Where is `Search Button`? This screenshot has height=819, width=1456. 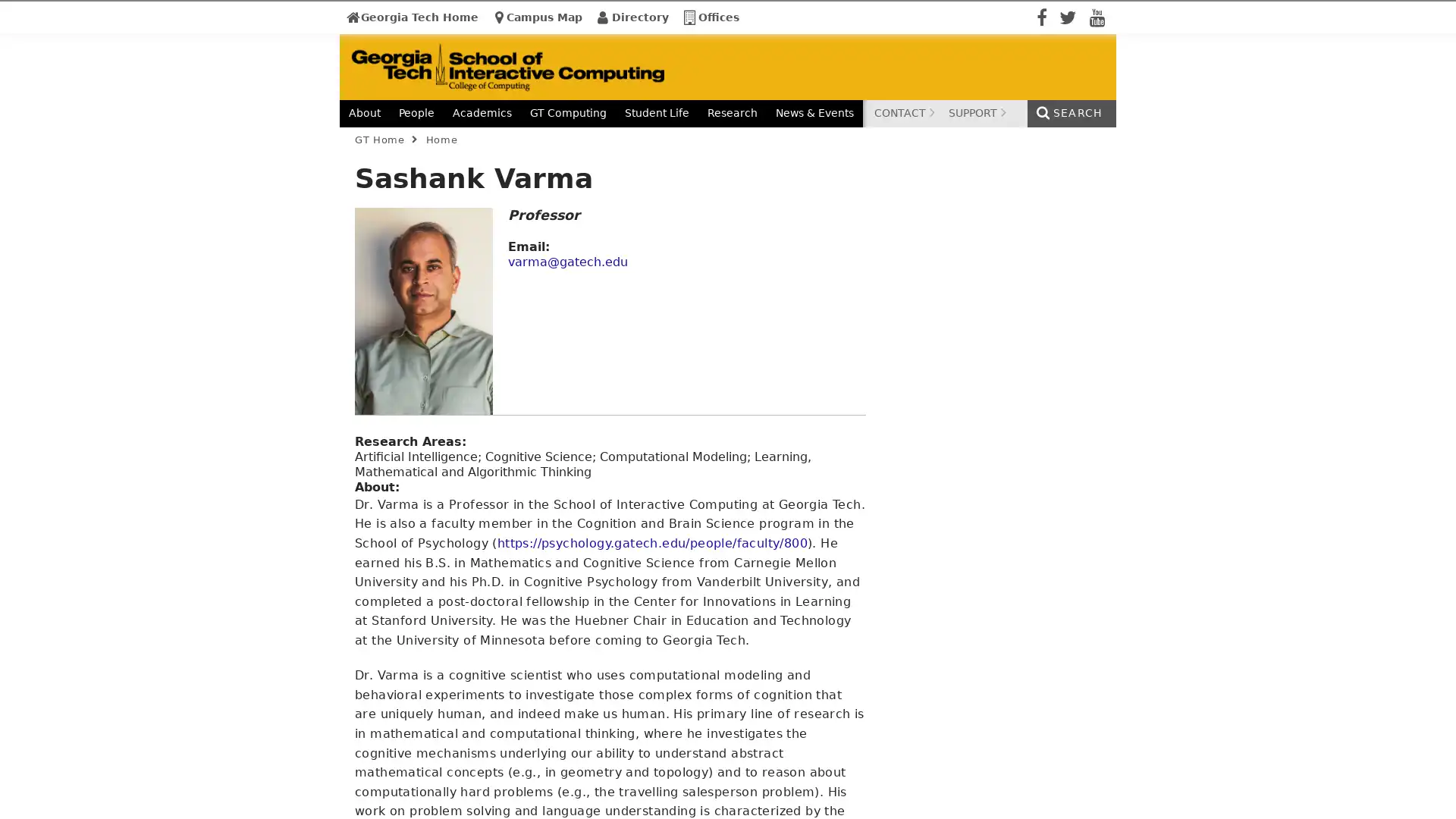
Search Button is located at coordinates (1189, 136).